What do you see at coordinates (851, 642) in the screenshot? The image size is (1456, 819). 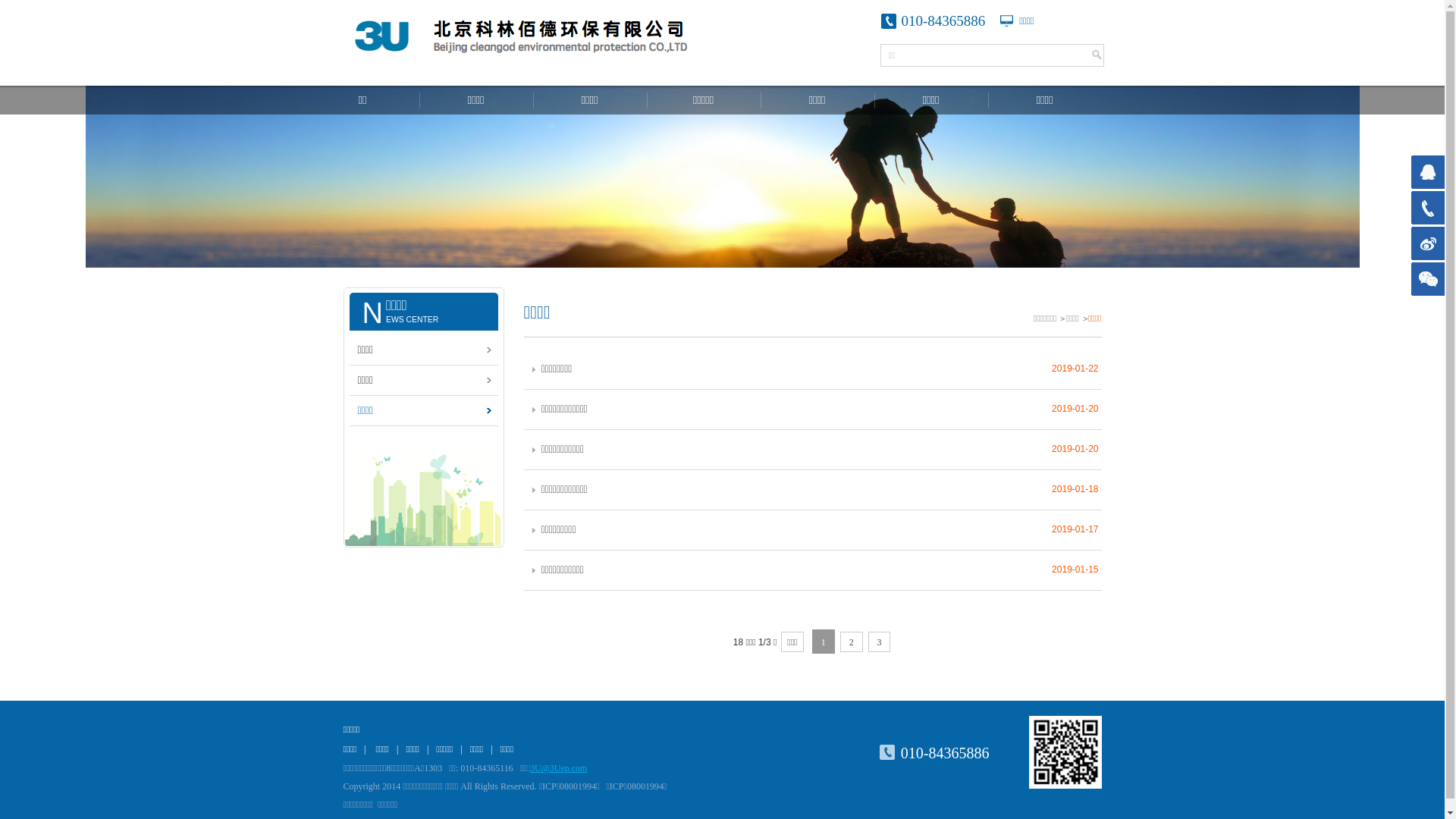 I see `' 2 '` at bounding box center [851, 642].